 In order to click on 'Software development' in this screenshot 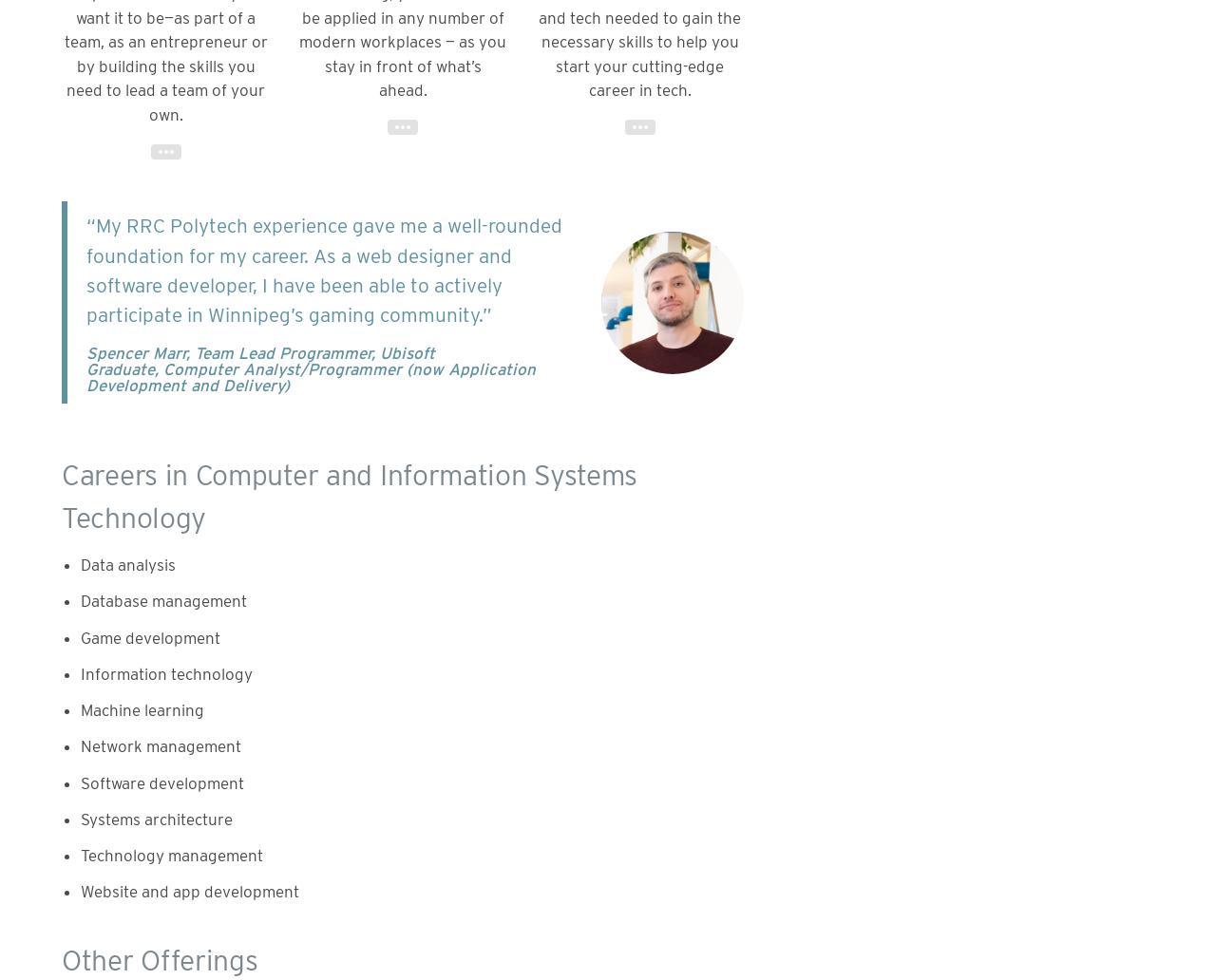, I will do `click(162, 782)`.